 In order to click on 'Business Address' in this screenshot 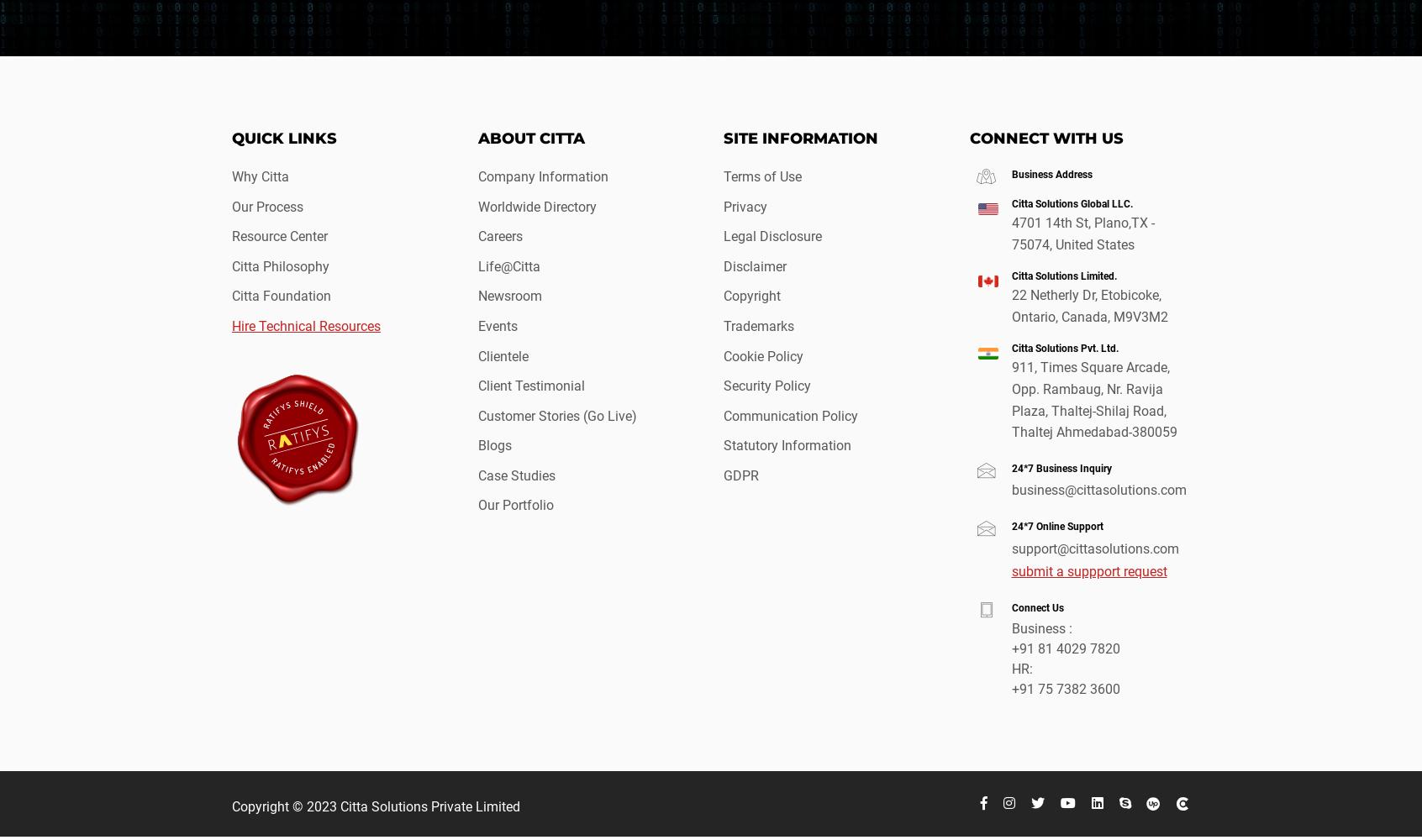, I will do `click(1011, 173)`.